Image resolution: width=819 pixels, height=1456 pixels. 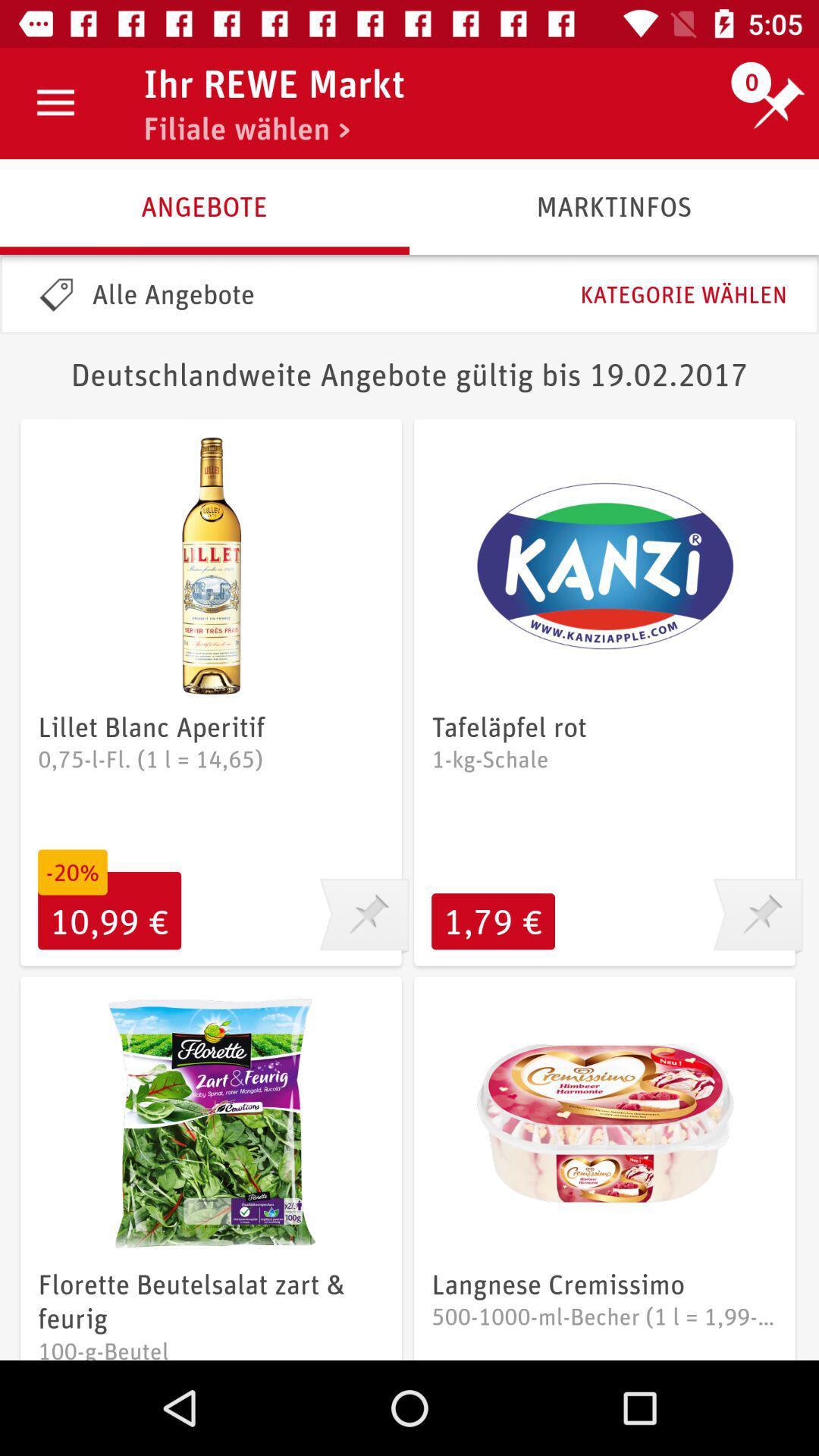 I want to click on item next to the 0, so click(x=246, y=128).